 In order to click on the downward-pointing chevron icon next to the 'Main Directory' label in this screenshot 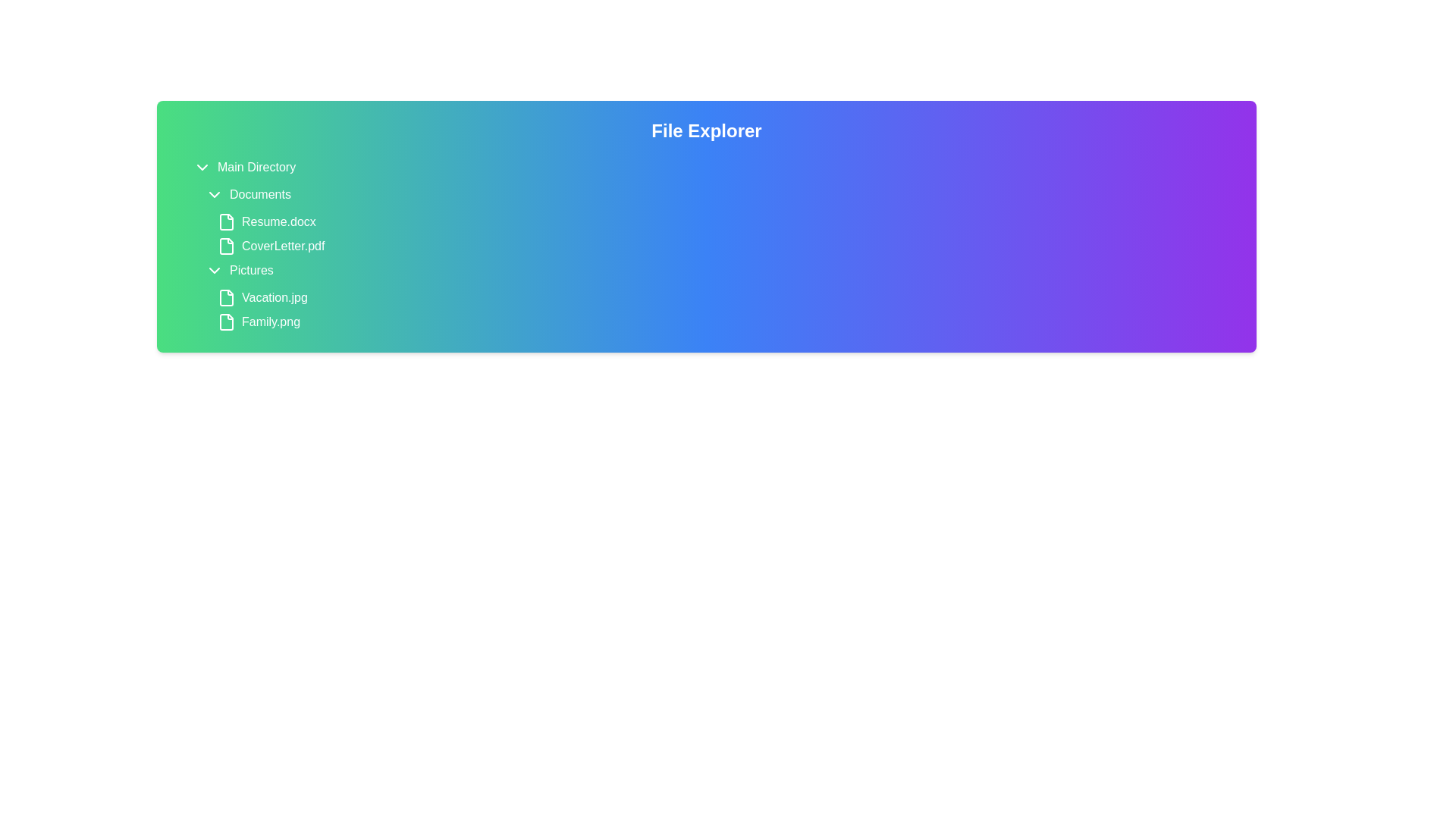, I will do `click(202, 167)`.